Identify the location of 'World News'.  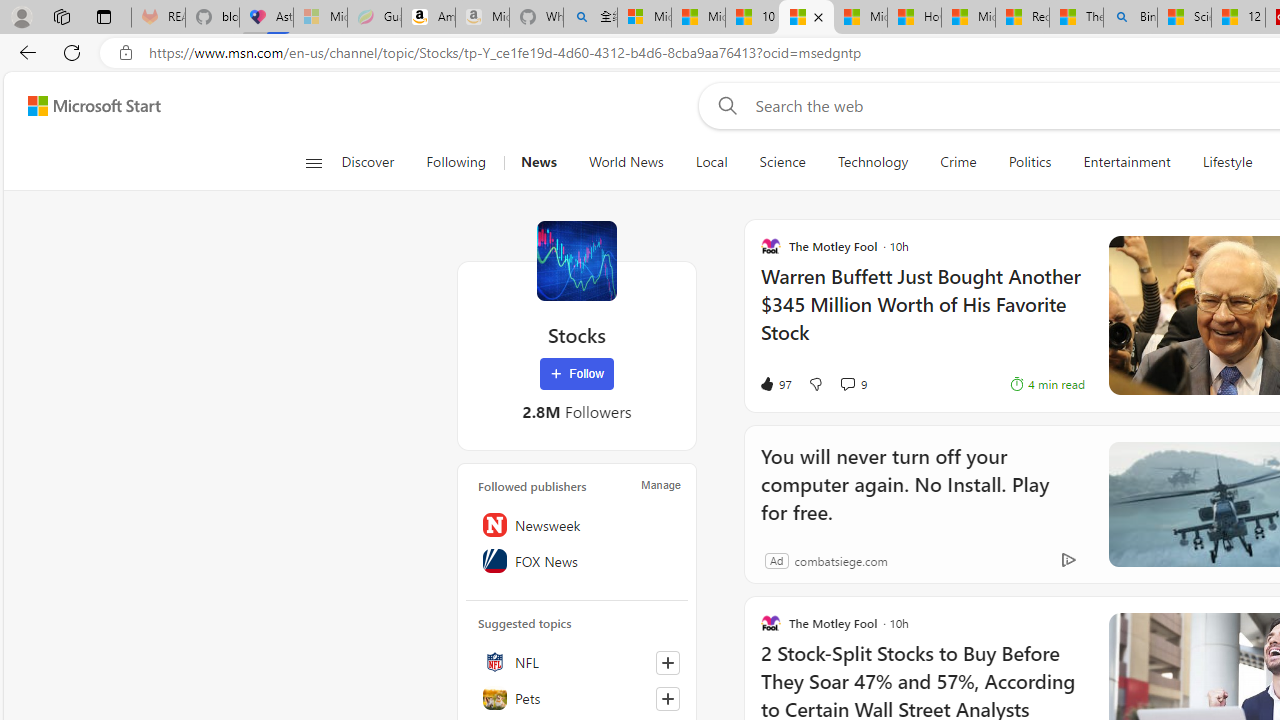
(624, 162).